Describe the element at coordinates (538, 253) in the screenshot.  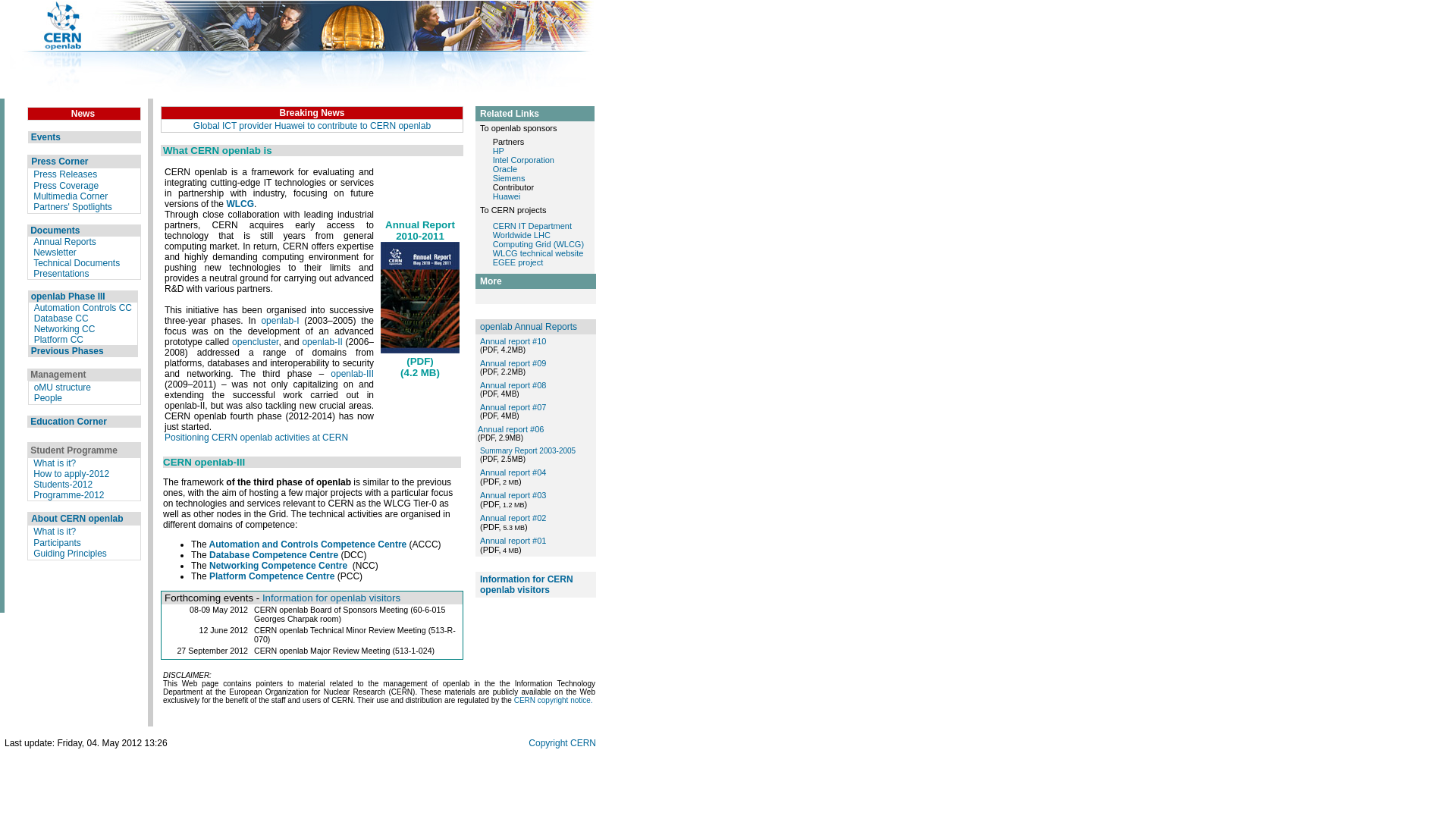
I see `'WLCG technical website'` at that location.